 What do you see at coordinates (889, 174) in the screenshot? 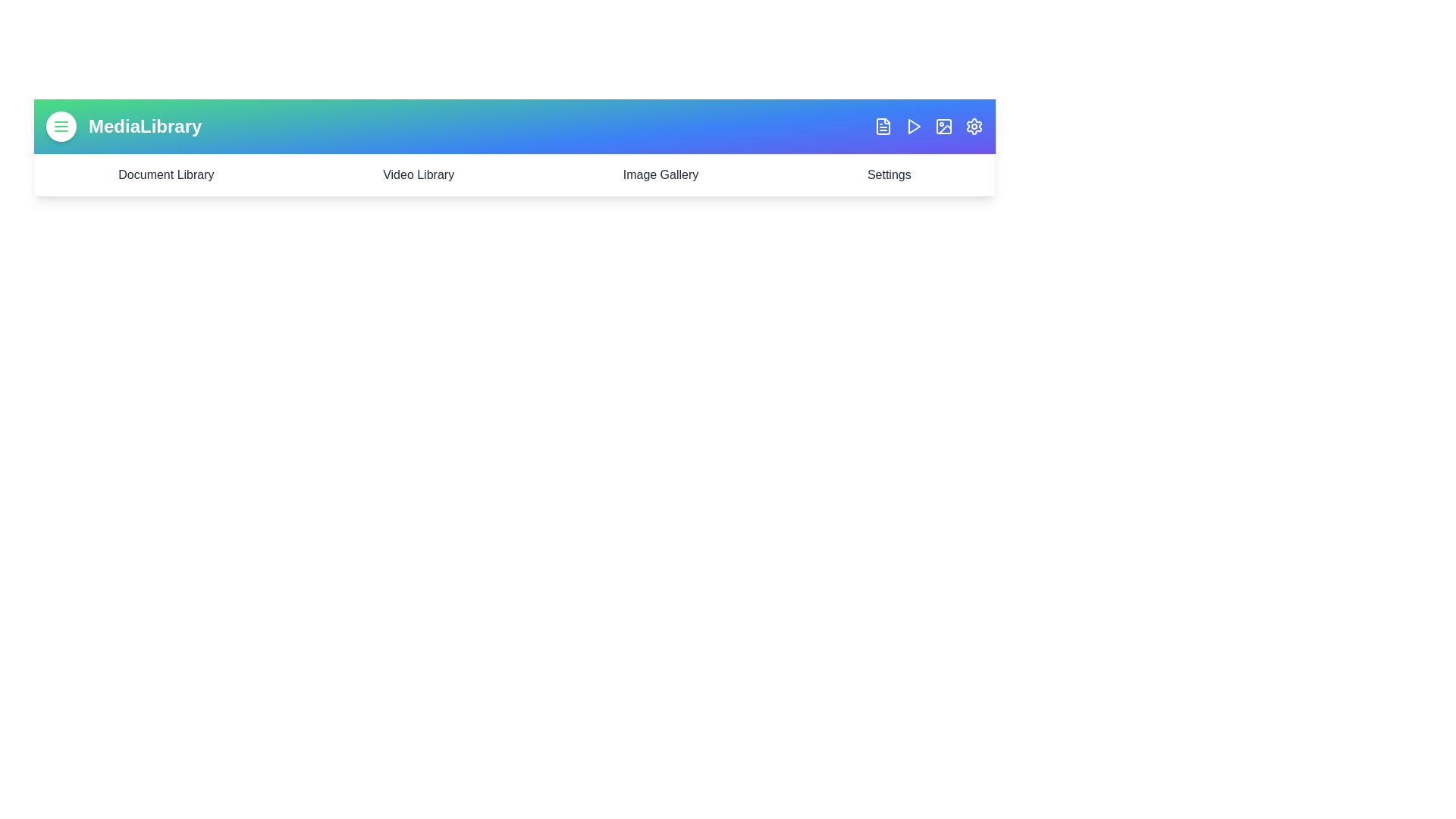
I see `the 'Settings' option in the navigation bar` at bounding box center [889, 174].